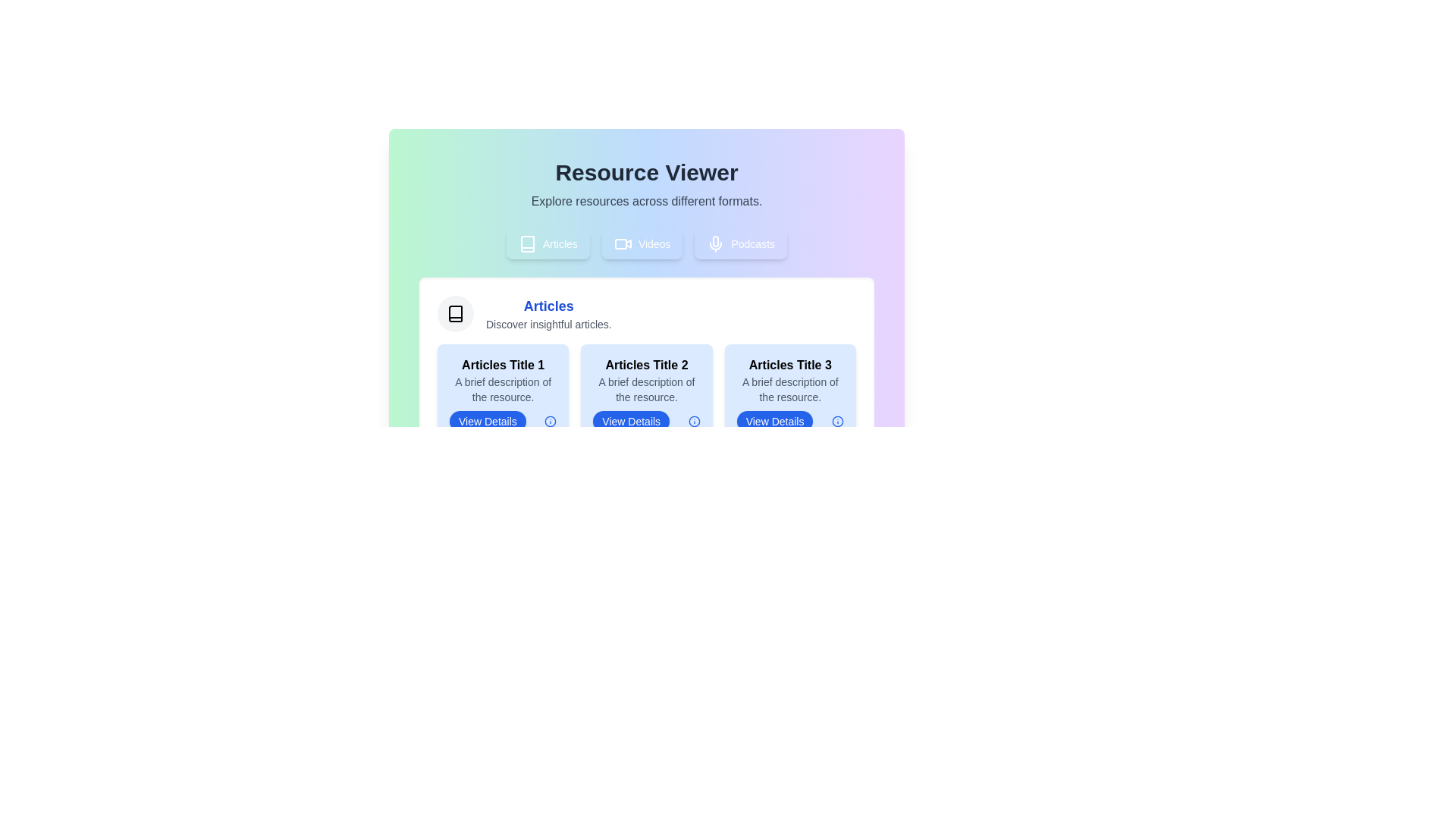 The width and height of the screenshot is (1456, 819). What do you see at coordinates (836, 421) in the screenshot?
I see `the appearance of the central circular shape of the info icon, which is part of an SVG component` at bounding box center [836, 421].